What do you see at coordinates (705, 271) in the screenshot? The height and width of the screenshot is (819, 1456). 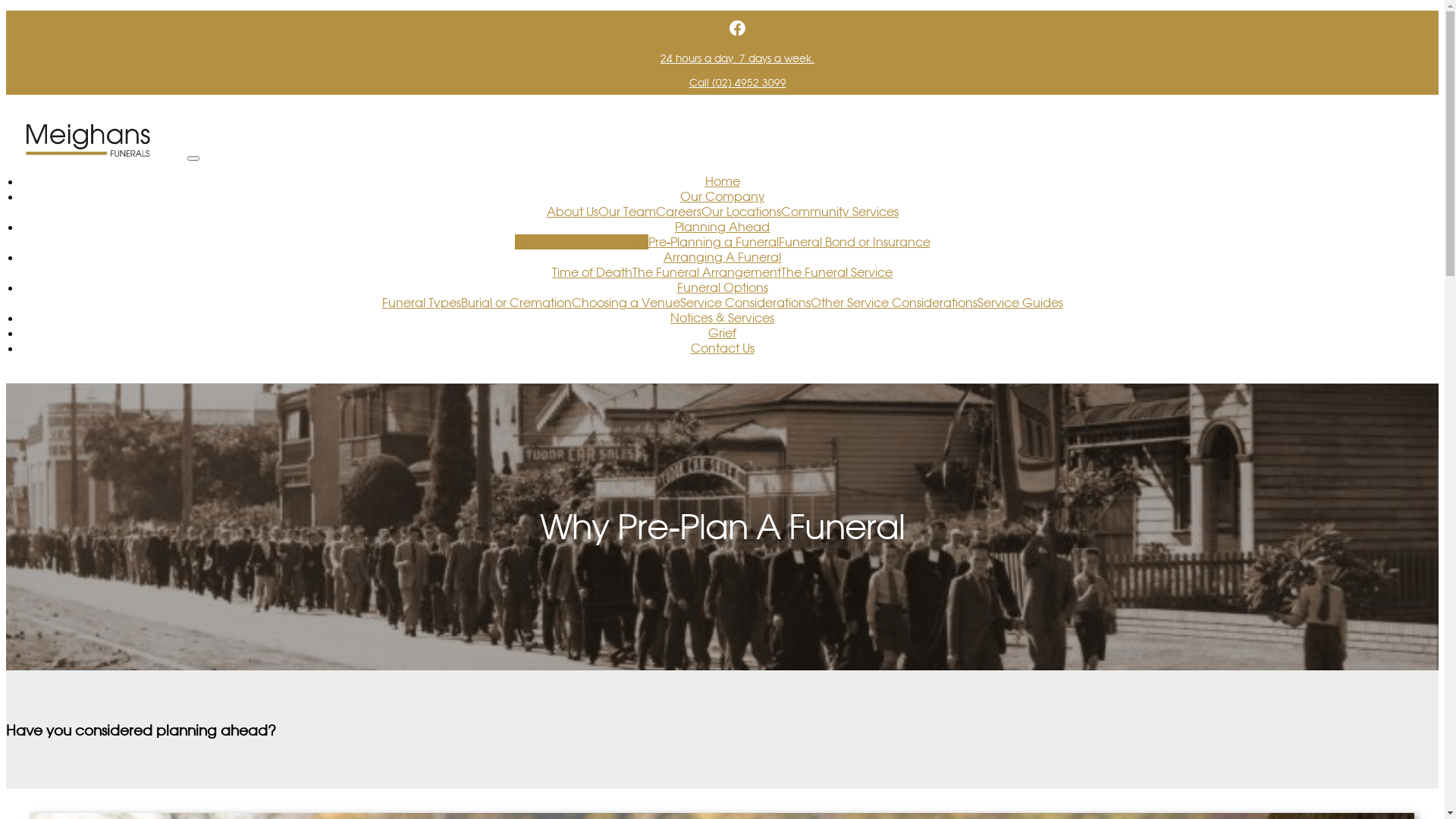 I see `'The Funeral Arrangement'` at bounding box center [705, 271].